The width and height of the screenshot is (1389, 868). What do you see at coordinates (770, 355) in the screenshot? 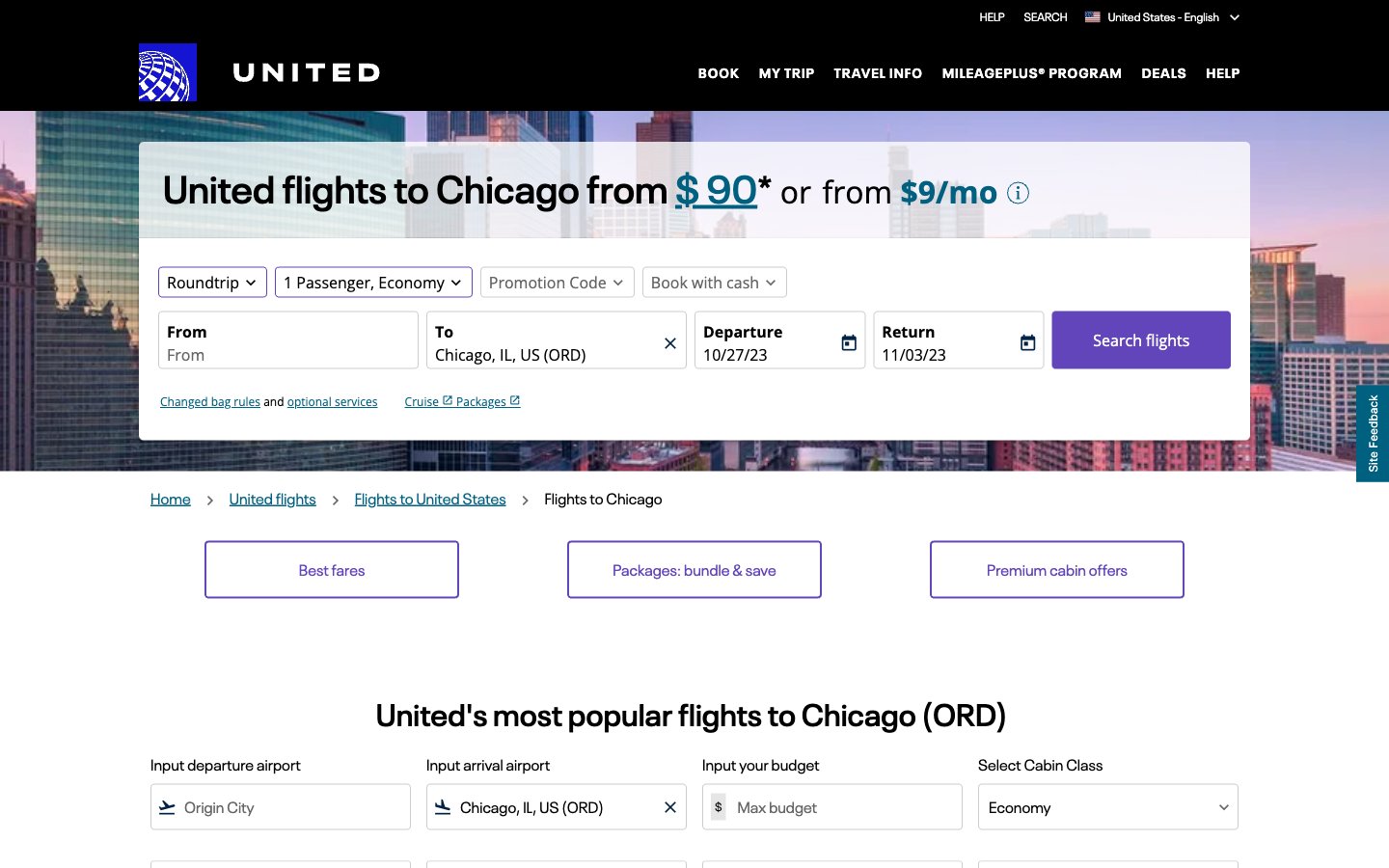
I see `the desired departure and return travel dates` at bounding box center [770, 355].